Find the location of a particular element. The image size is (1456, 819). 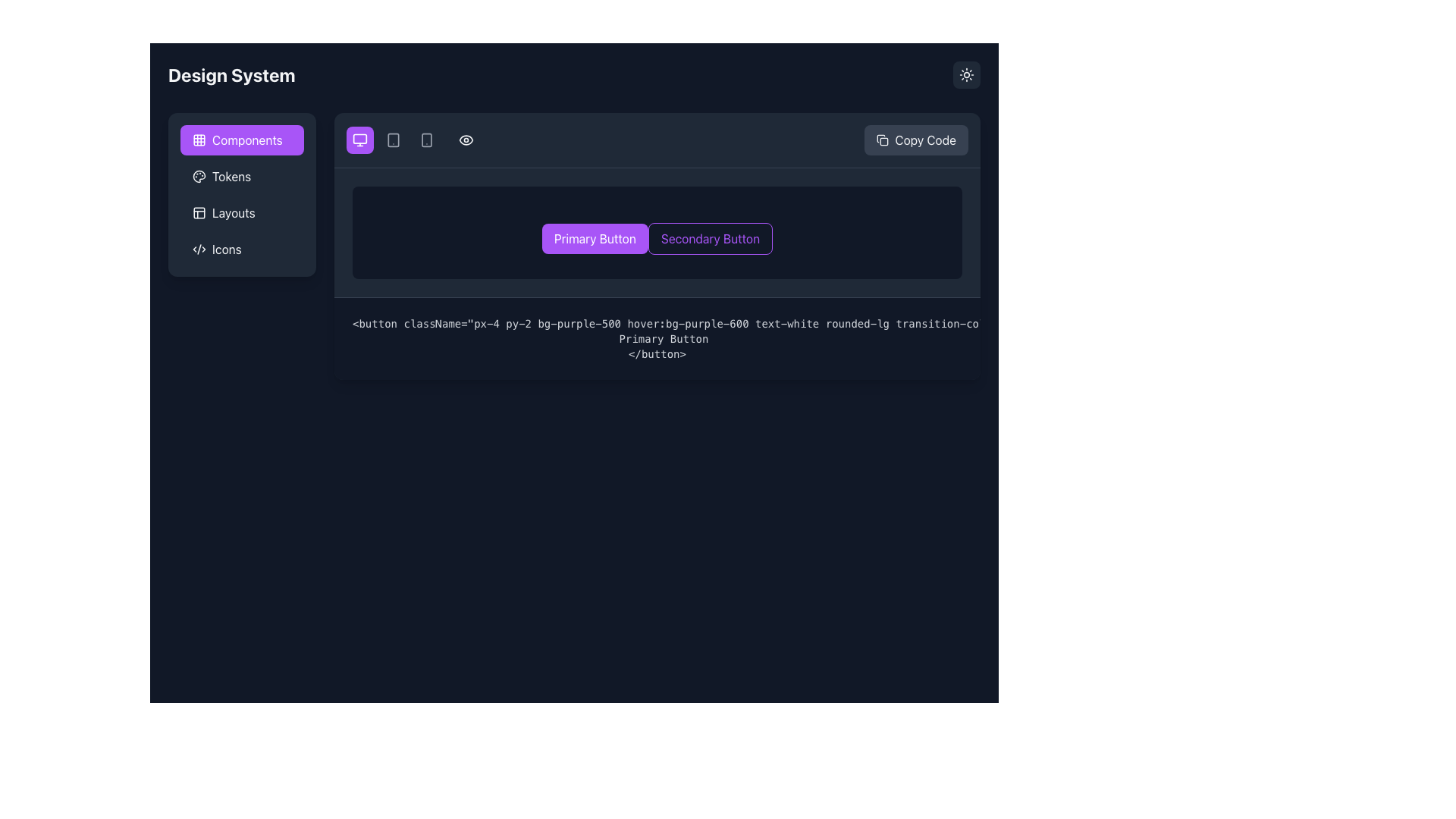

the monitor icon button is located at coordinates (359, 140).